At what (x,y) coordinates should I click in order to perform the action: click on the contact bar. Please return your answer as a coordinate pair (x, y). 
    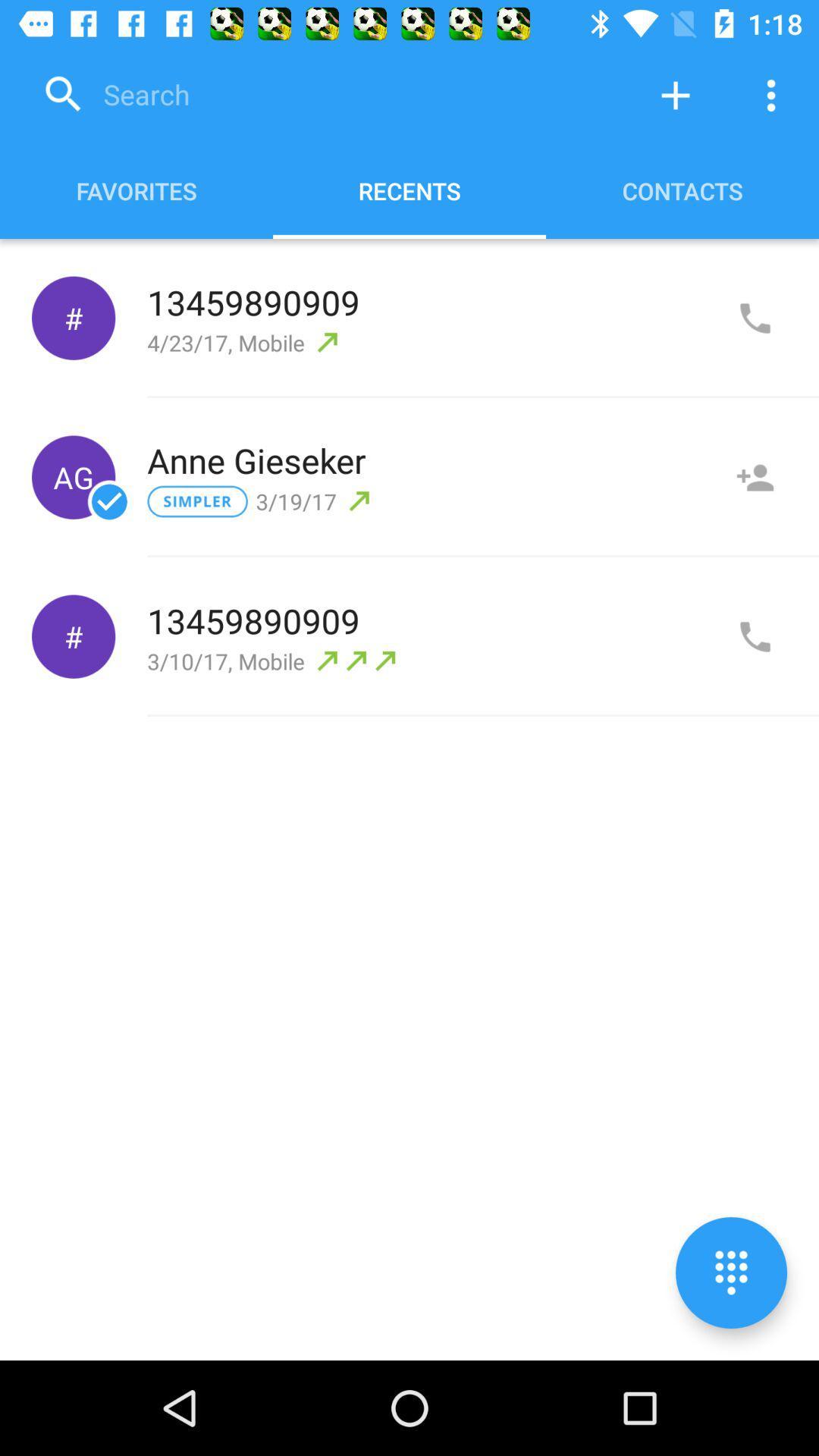
    Looking at the image, I should click on (755, 476).